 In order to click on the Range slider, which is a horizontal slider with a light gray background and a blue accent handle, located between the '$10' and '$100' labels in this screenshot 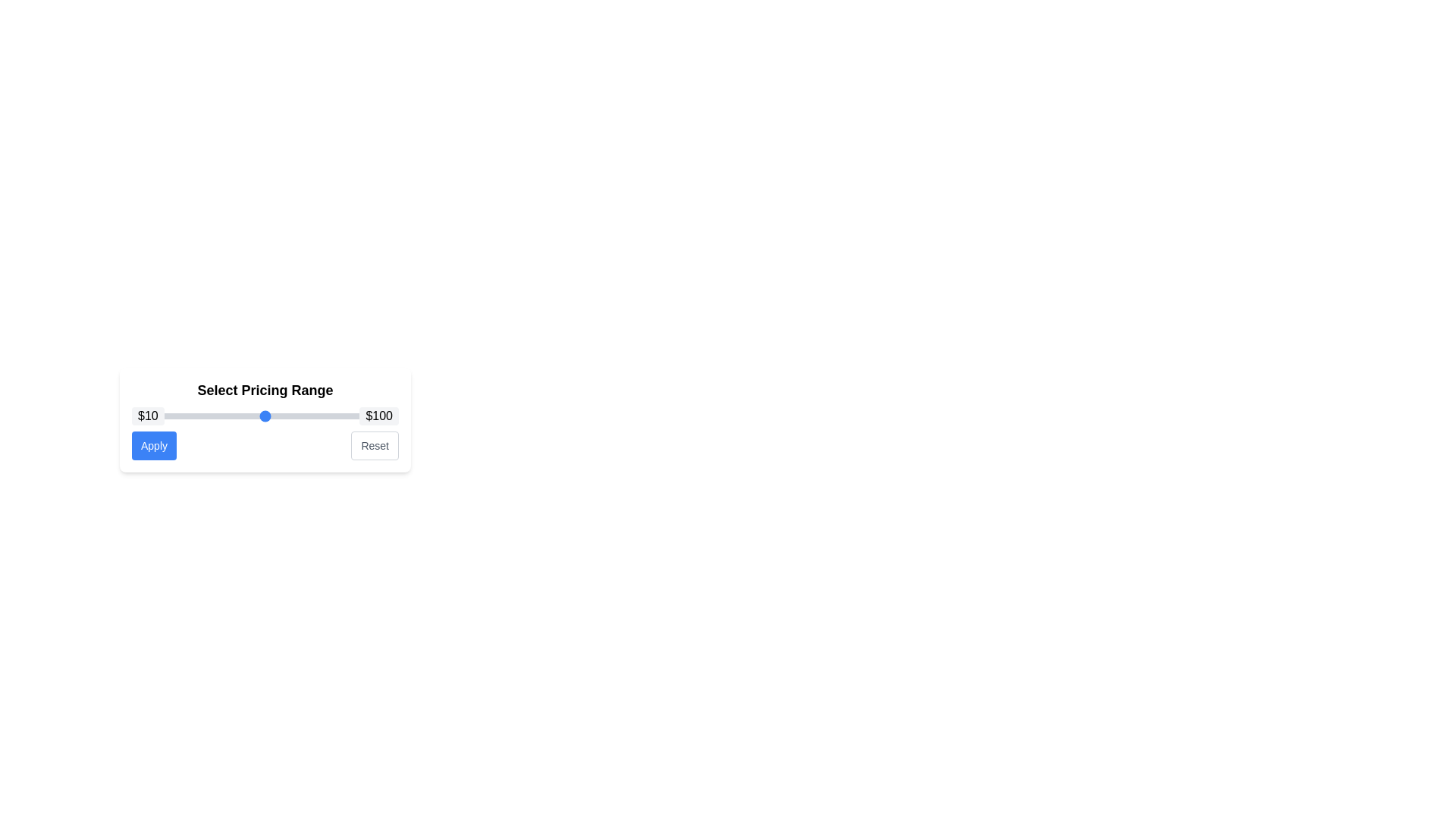, I will do `click(265, 416)`.